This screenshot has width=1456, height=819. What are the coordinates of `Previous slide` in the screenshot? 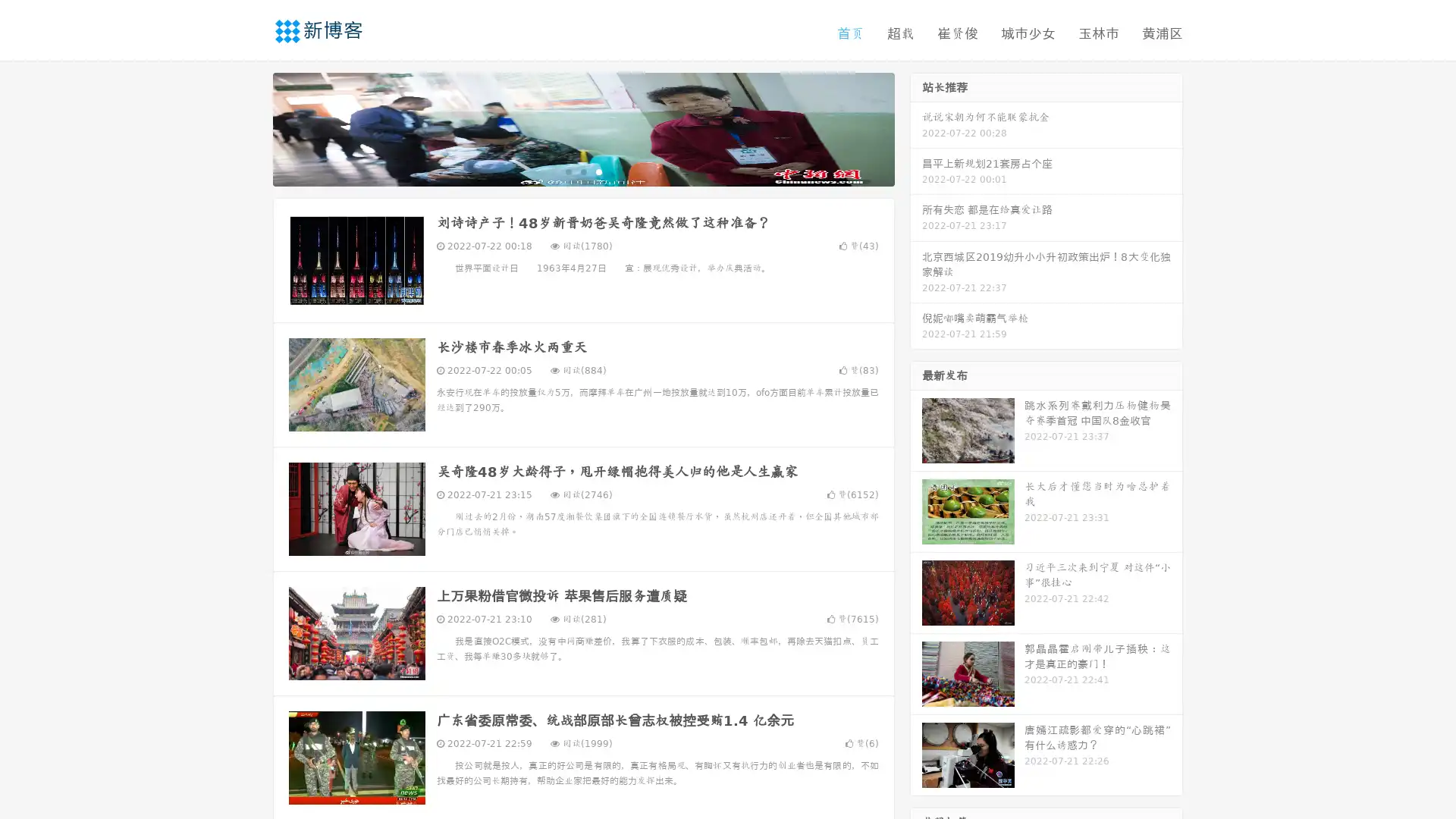 It's located at (250, 127).